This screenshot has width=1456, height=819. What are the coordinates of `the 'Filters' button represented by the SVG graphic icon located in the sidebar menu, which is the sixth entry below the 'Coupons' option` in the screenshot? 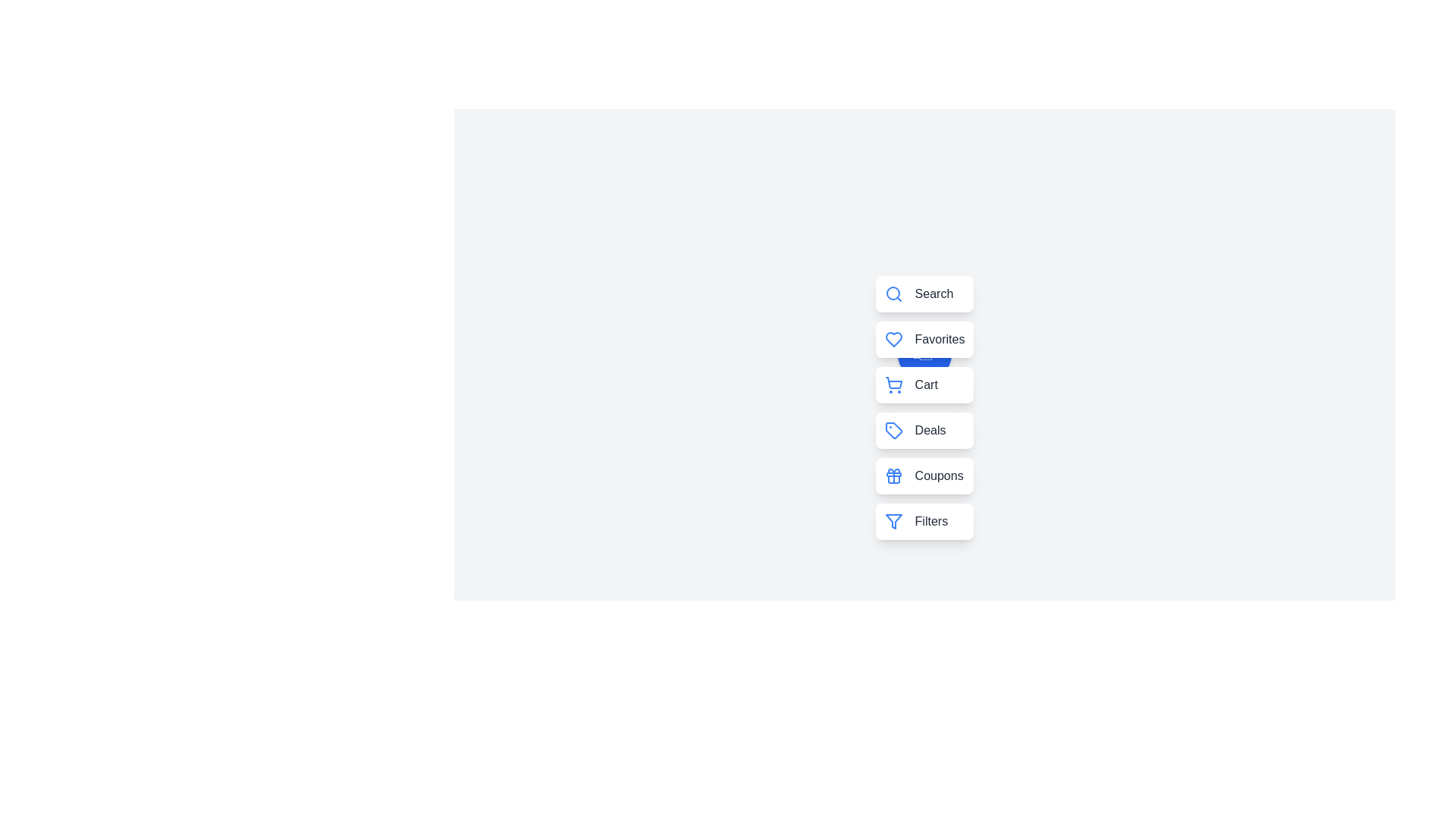 It's located at (893, 520).